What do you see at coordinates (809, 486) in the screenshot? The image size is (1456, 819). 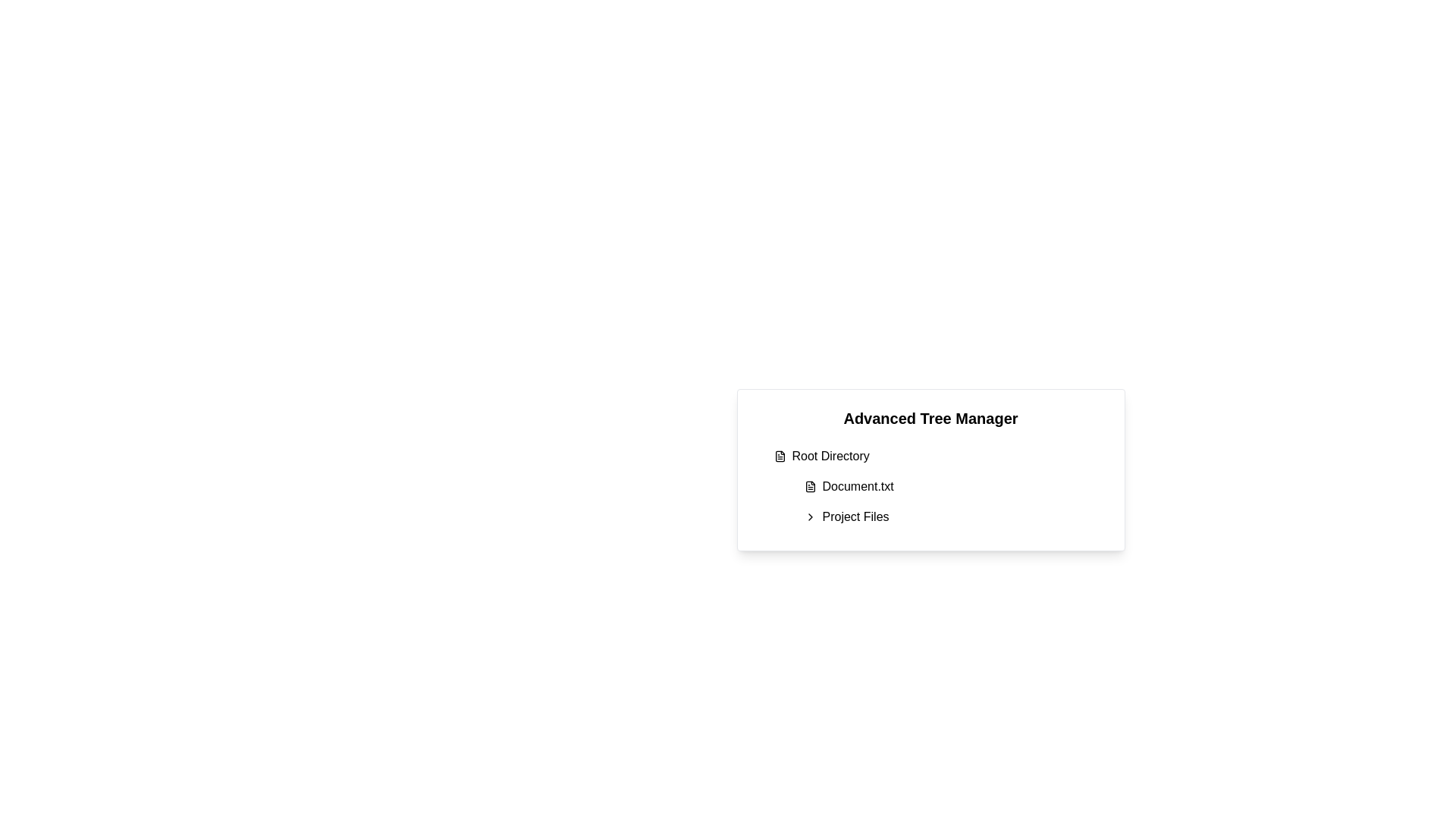 I see `the rectangular icon representing a file, styled in monochrome, located to the left of the label 'Document.txt' in the file tree interface` at bounding box center [809, 486].